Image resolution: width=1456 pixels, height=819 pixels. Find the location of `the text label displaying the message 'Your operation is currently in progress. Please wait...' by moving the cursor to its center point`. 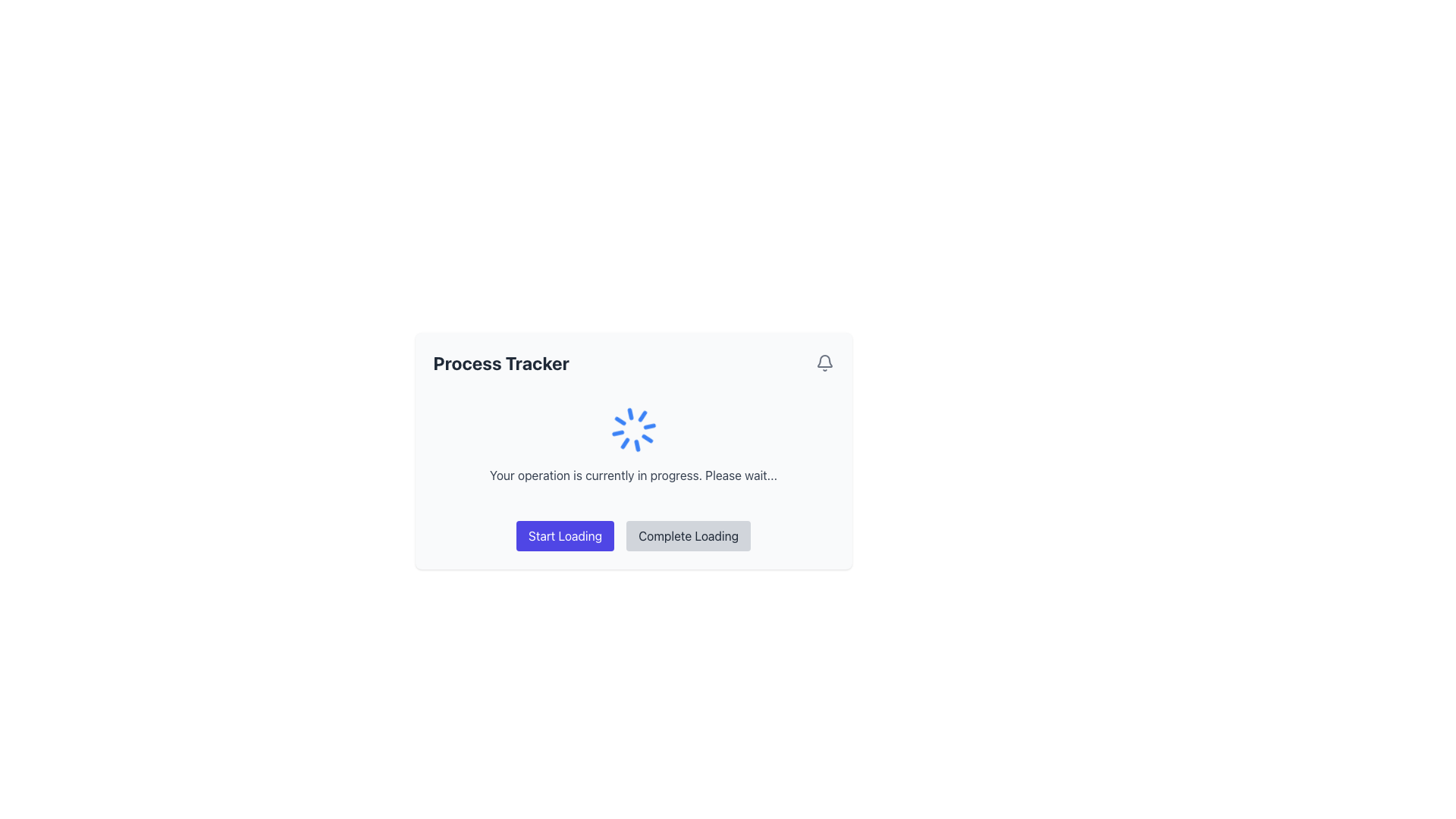

the text label displaying the message 'Your operation is currently in progress. Please wait...' by moving the cursor to its center point is located at coordinates (633, 475).